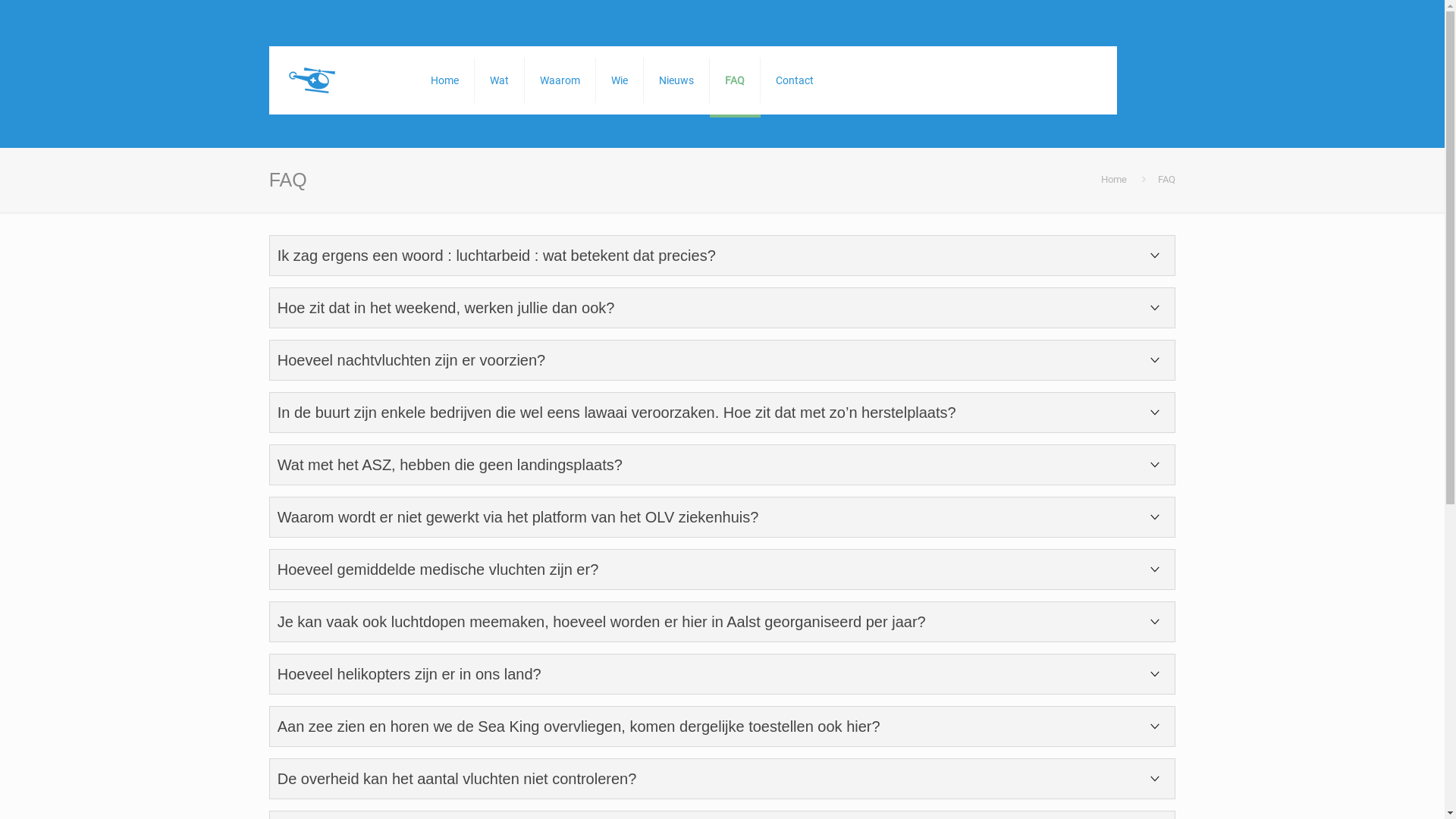 This screenshot has width=1456, height=819. Describe the element at coordinates (444, 80) in the screenshot. I see `'Home'` at that location.